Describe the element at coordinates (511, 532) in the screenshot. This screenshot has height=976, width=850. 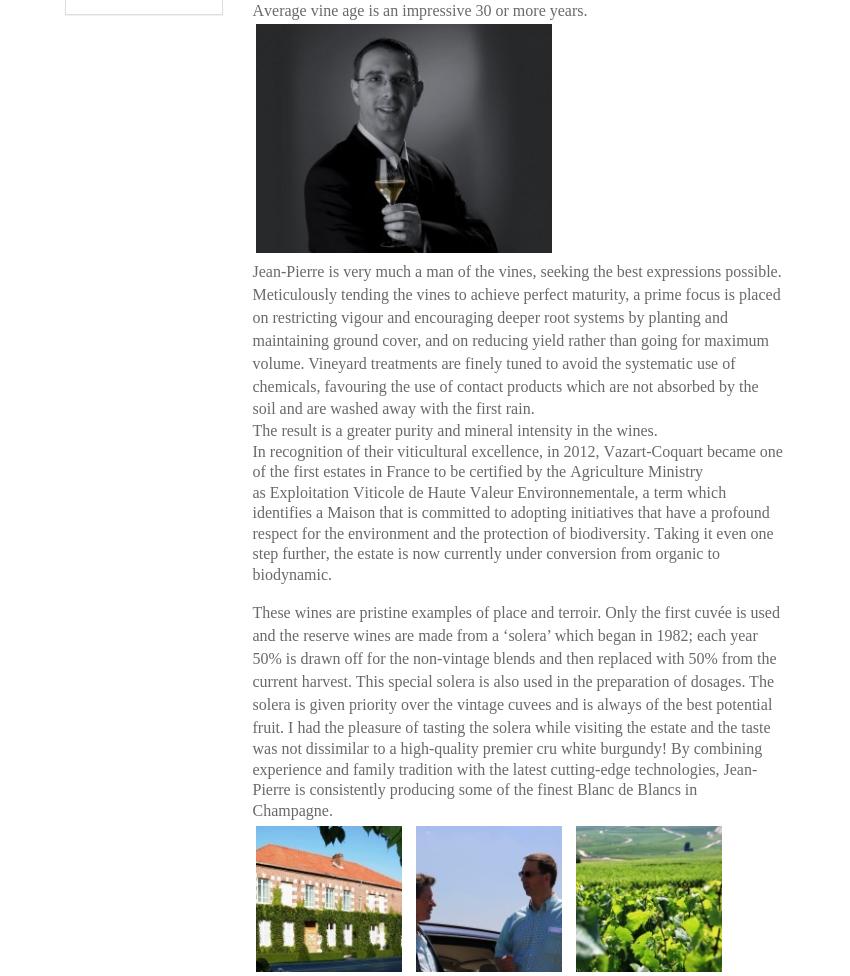
I see `', a term which identifies a Maison that is committed to adopting initiatives that have a profound respect for the environment and the protection of biodiversity. Taking it even one step further, the estate is now currently under conversion from organic to biodynamic.'` at that location.